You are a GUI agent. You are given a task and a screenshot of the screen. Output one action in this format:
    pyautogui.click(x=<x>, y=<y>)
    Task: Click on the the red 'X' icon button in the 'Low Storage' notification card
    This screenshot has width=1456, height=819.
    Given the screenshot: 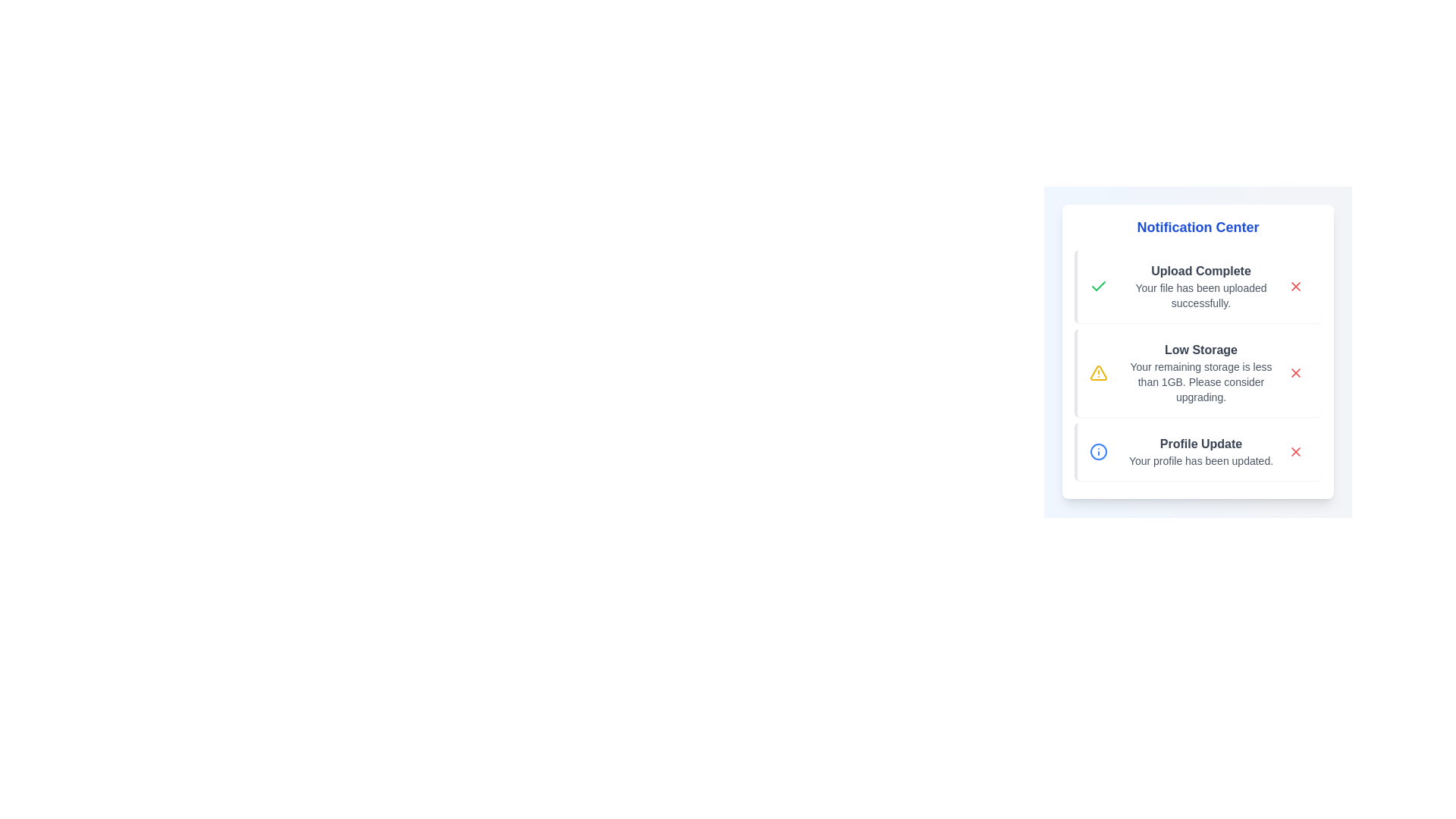 What is the action you would take?
    pyautogui.click(x=1294, y=373)
    